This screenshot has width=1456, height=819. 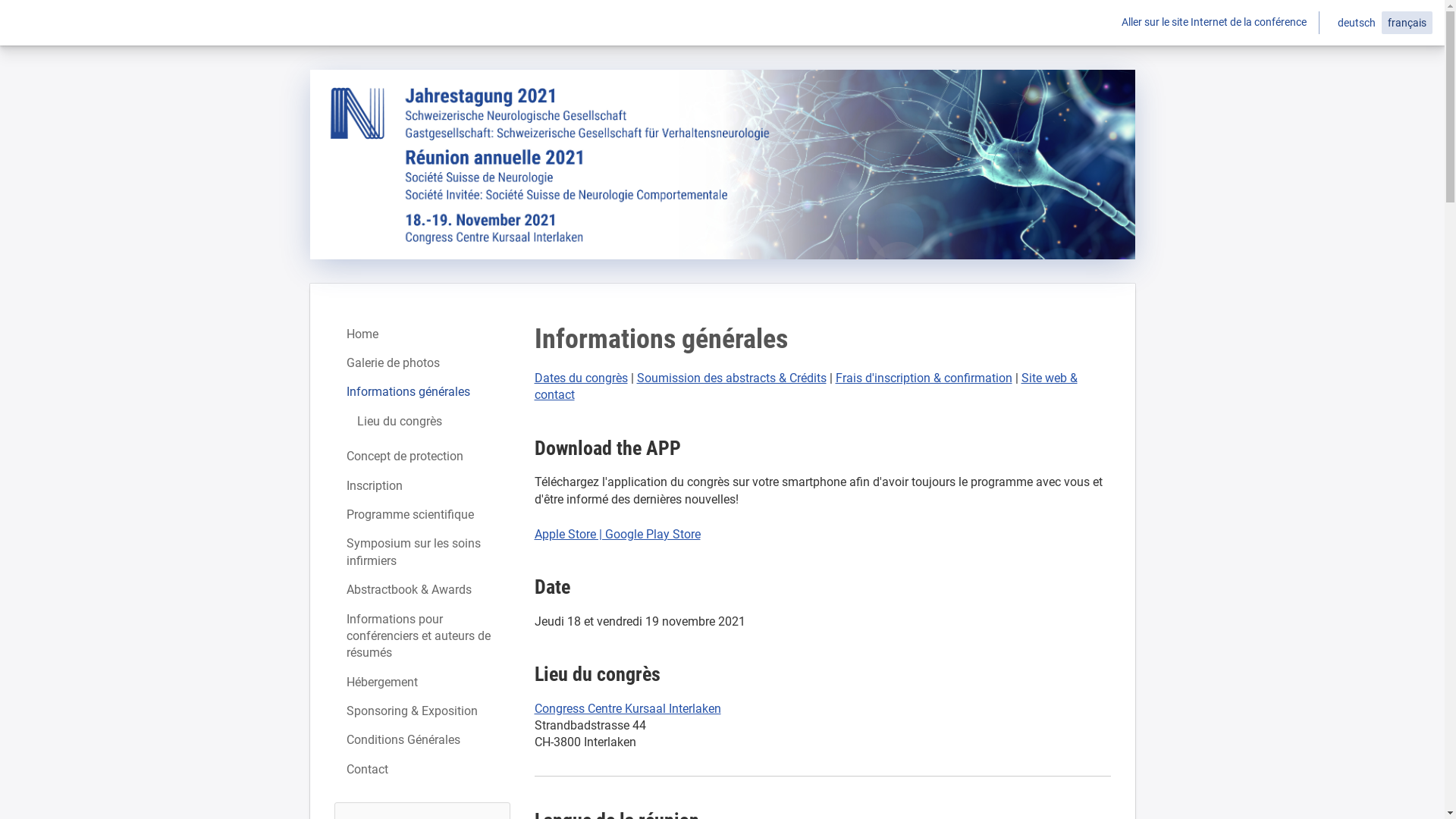 I want to click on 'Site web & contact', so click(x=804, y=385).